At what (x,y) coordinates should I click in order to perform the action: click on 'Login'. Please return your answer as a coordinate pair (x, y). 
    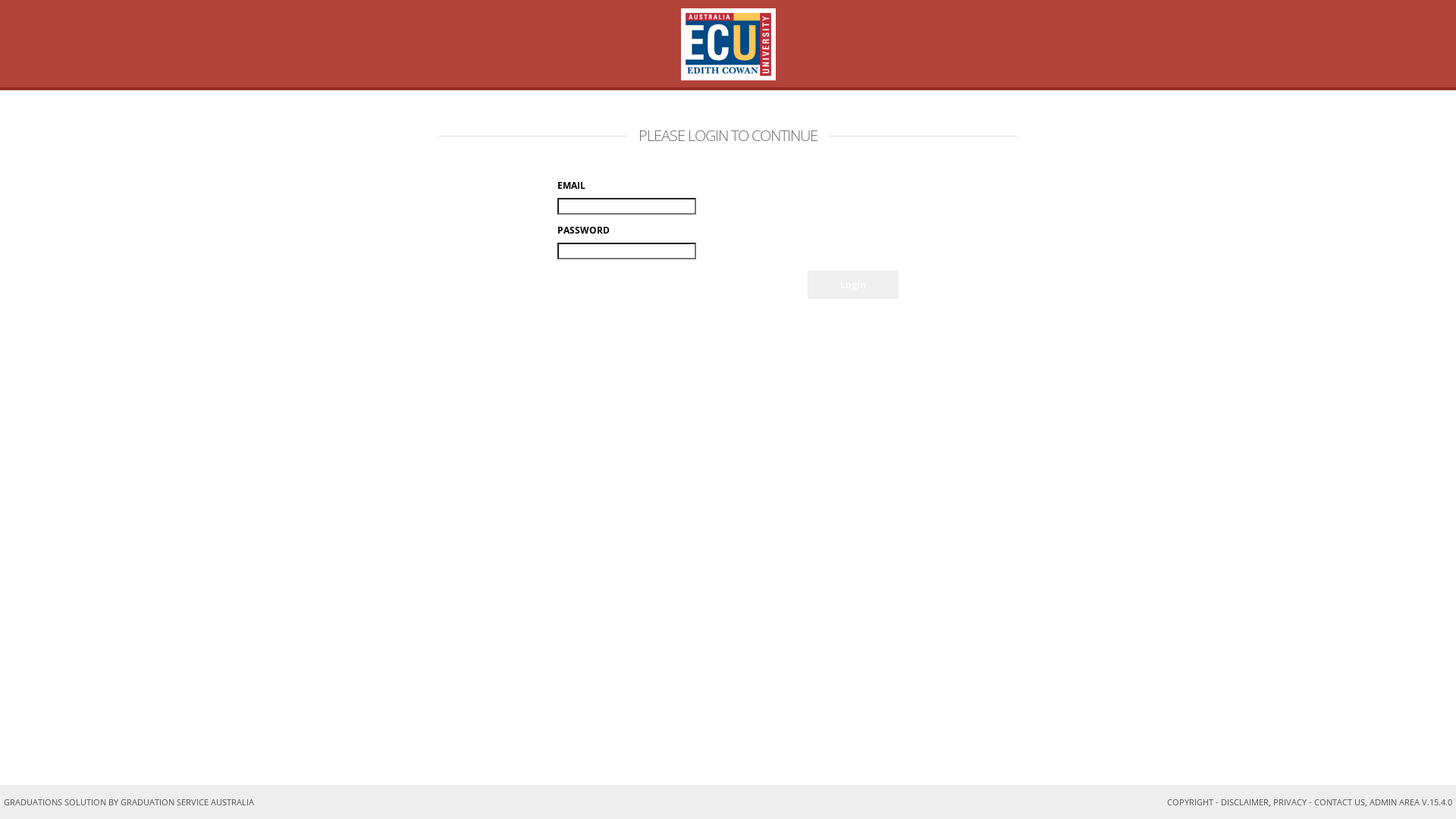
    Looking at the image, I should click on (852, 284).